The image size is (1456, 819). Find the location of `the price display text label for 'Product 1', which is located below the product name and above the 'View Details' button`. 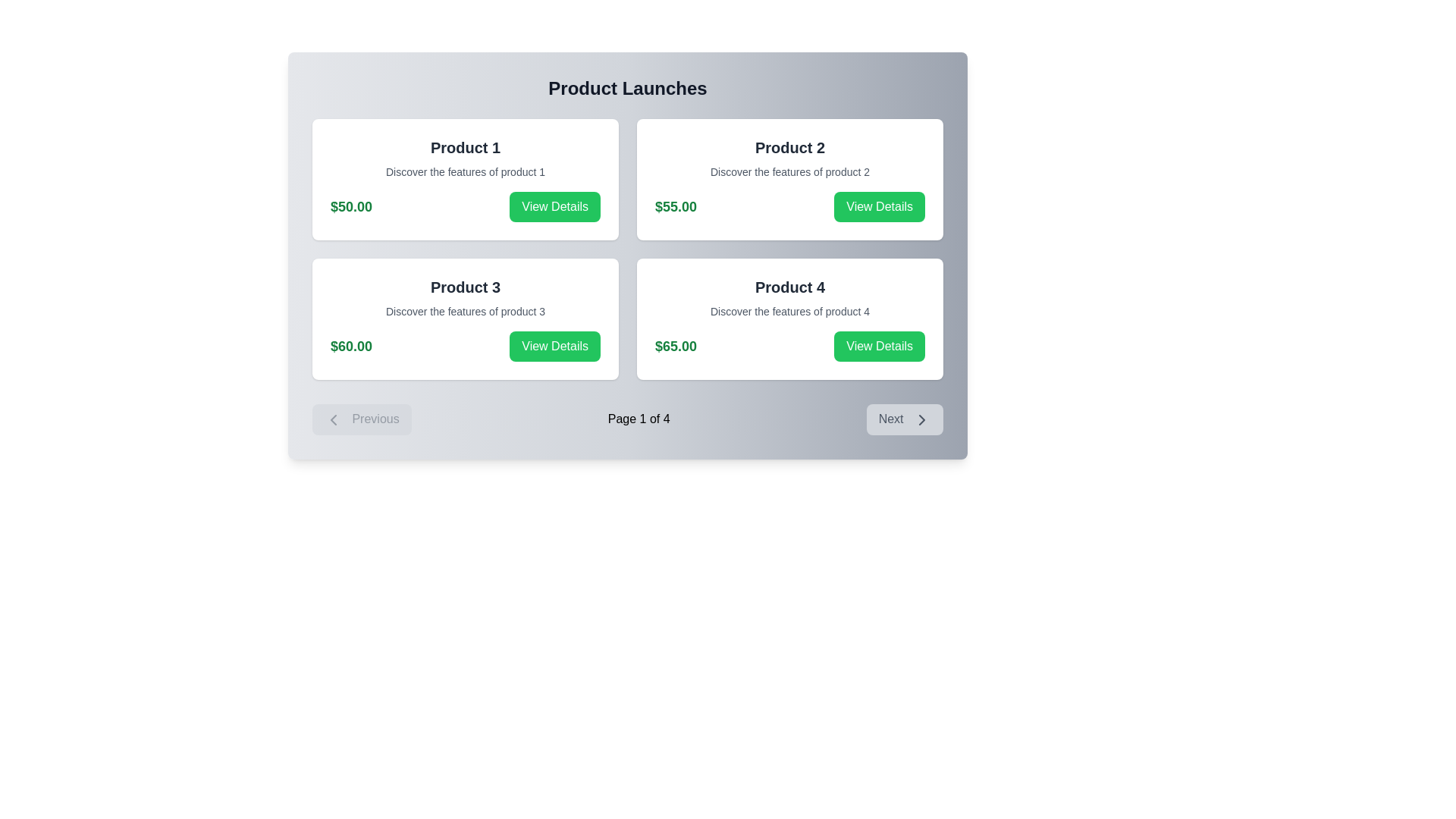

the price display text label for 'Product 1', which is located below the product name and above the 'View Details' button is located at coordinates (350, 207).